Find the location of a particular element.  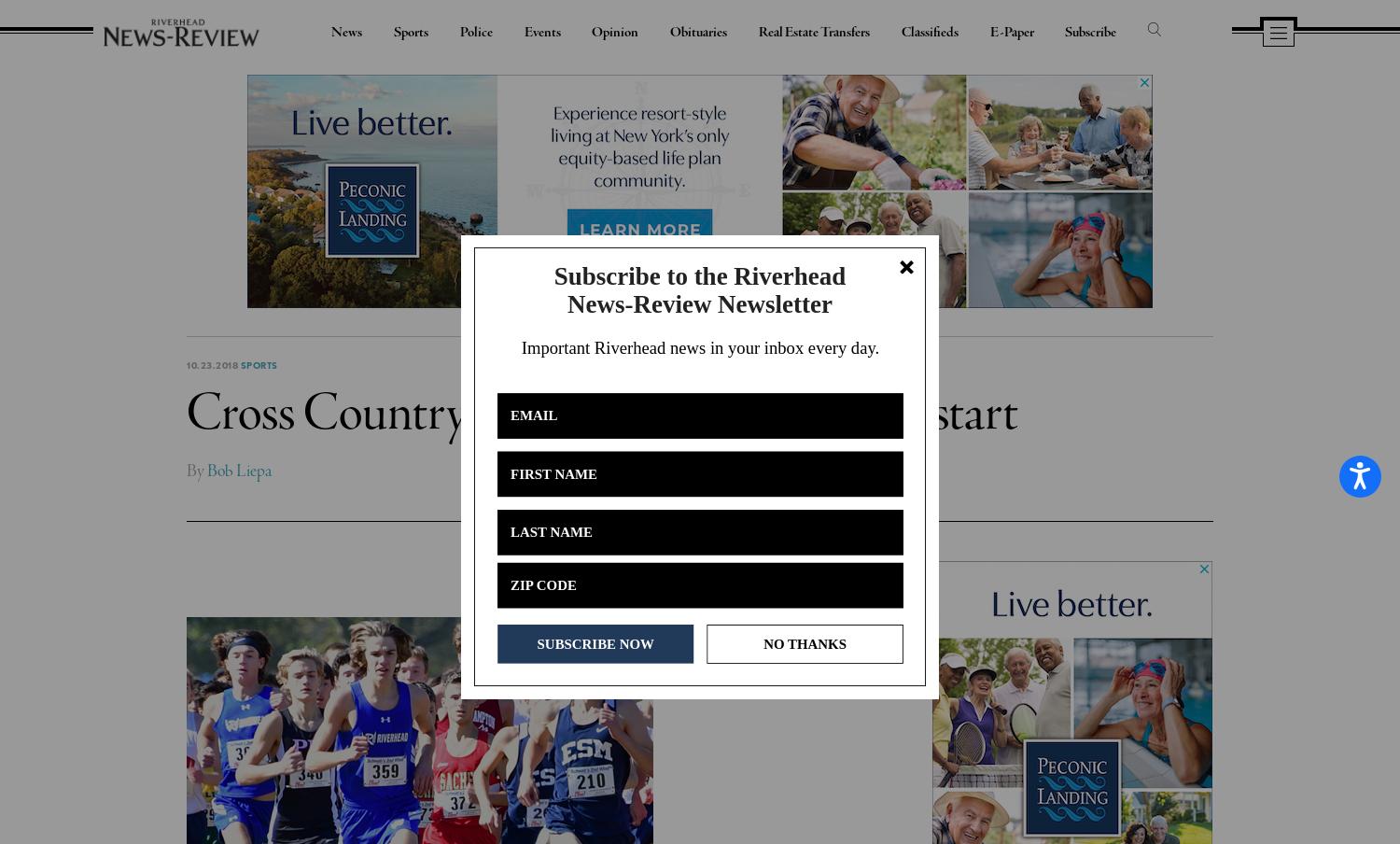

'Subscribe to the Riverhead News-Review Newsletter' is located at coordinates (698, 288).